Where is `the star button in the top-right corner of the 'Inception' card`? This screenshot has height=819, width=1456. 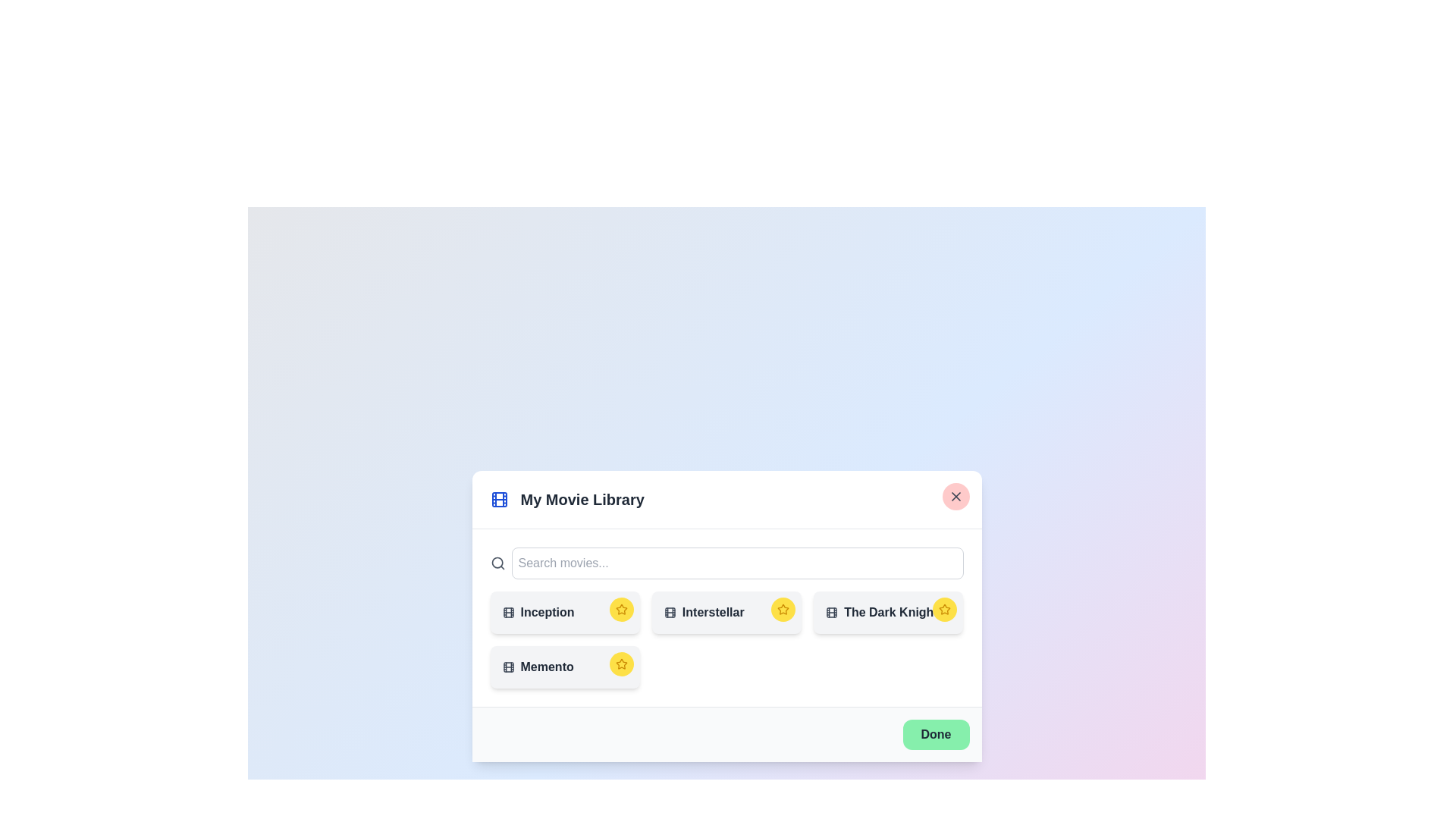 the star button in the top-right corner of the 'Inception' card is located at coordinates (621, 608).